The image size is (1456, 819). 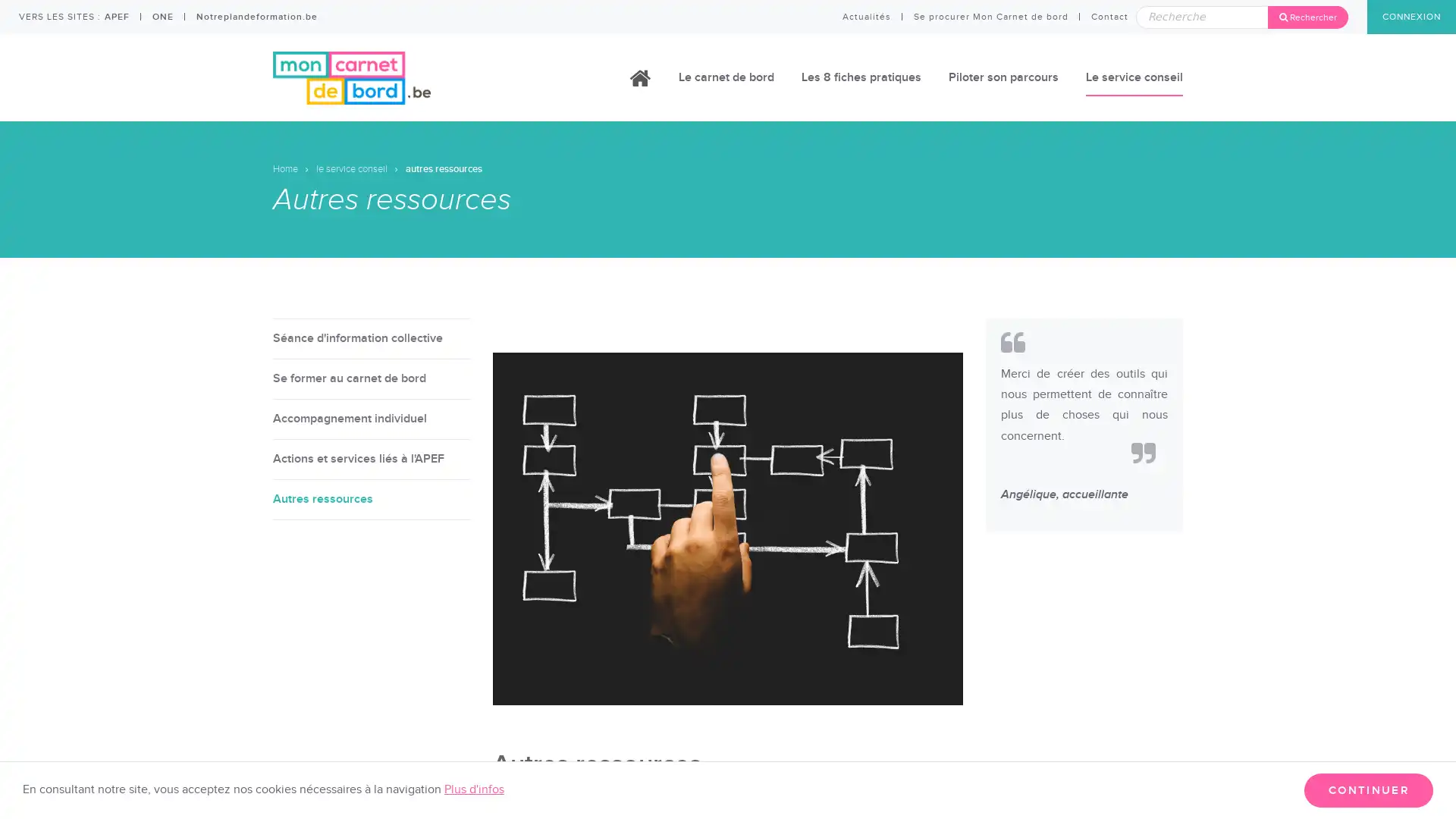 What do you see at coordinates (1307, 17) in the screenshot?
I see `Rechercher` at bounding box center [1307, 17].